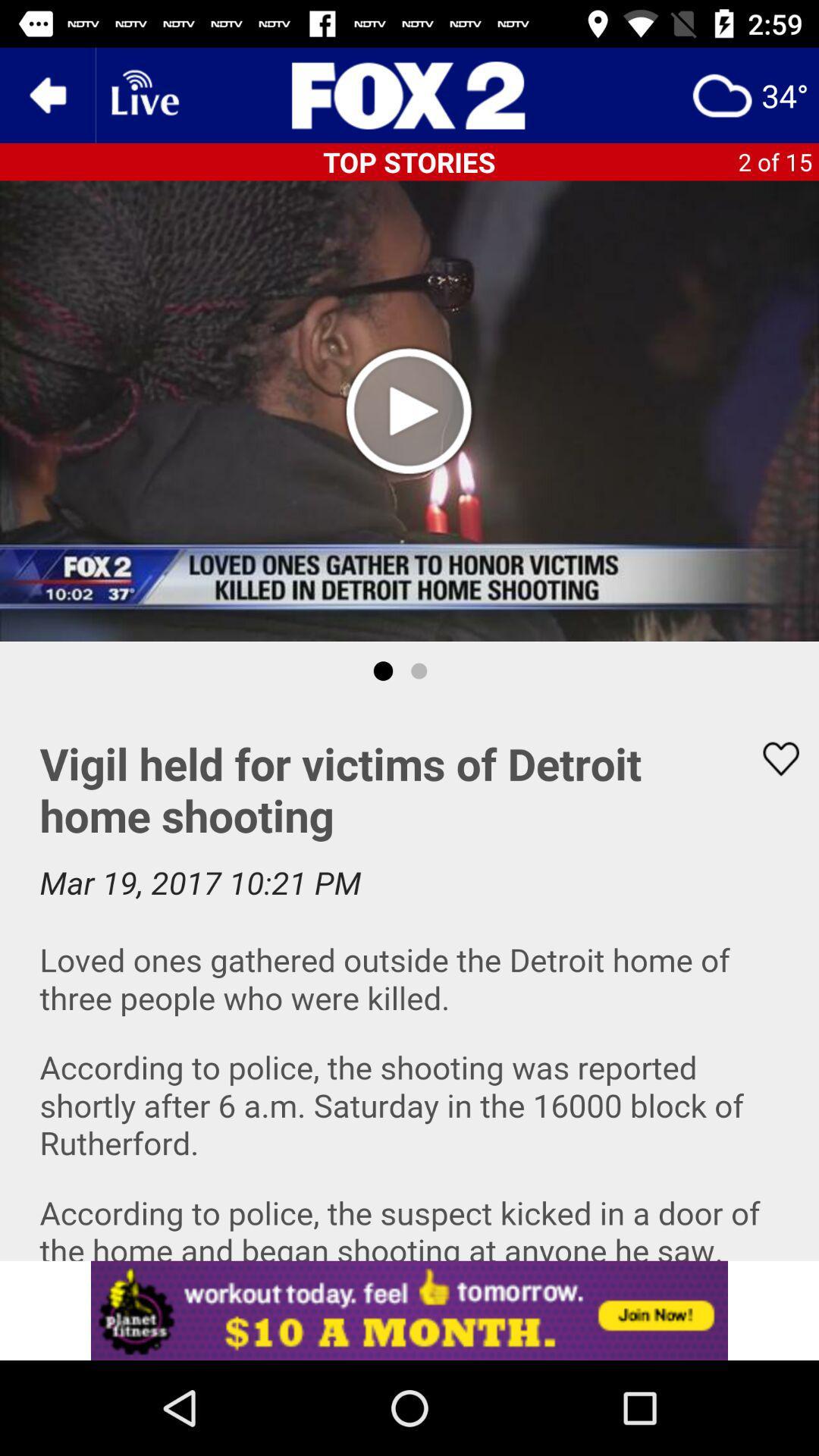  I want to click on the favorite icon, so click(771, 758).